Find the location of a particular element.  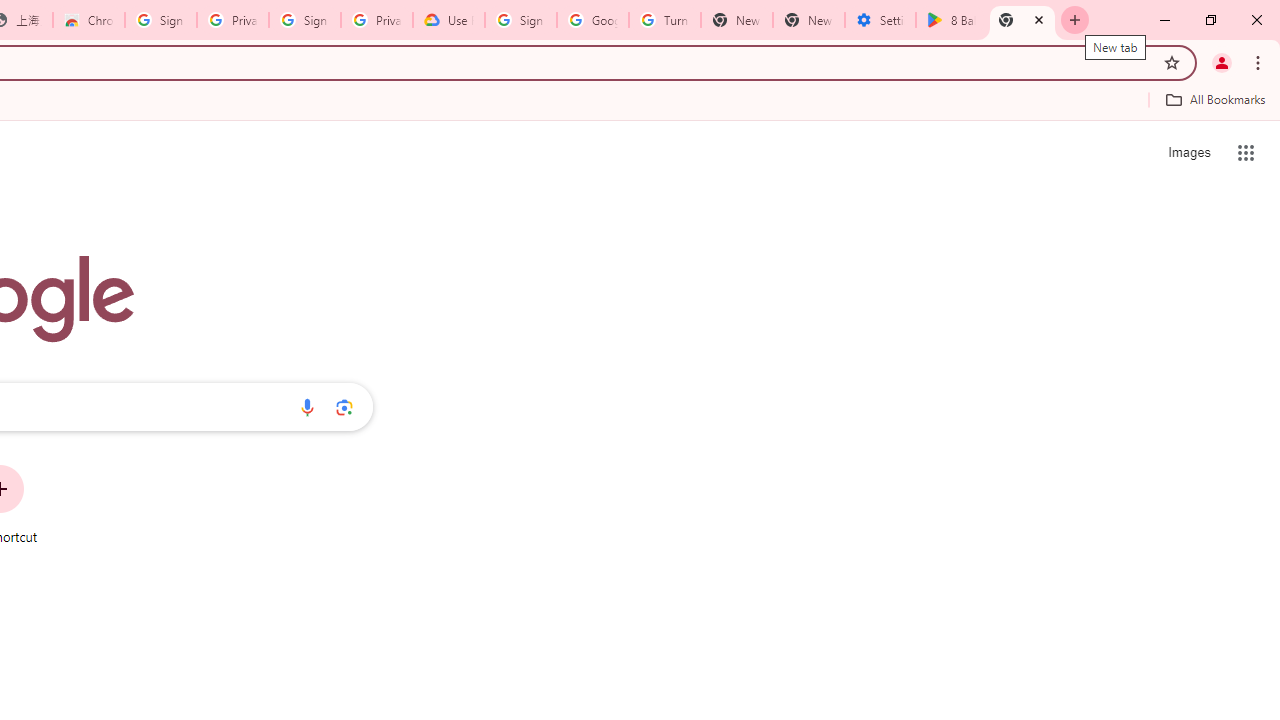

'Google Account Help' is located at coordinates (591, 20).